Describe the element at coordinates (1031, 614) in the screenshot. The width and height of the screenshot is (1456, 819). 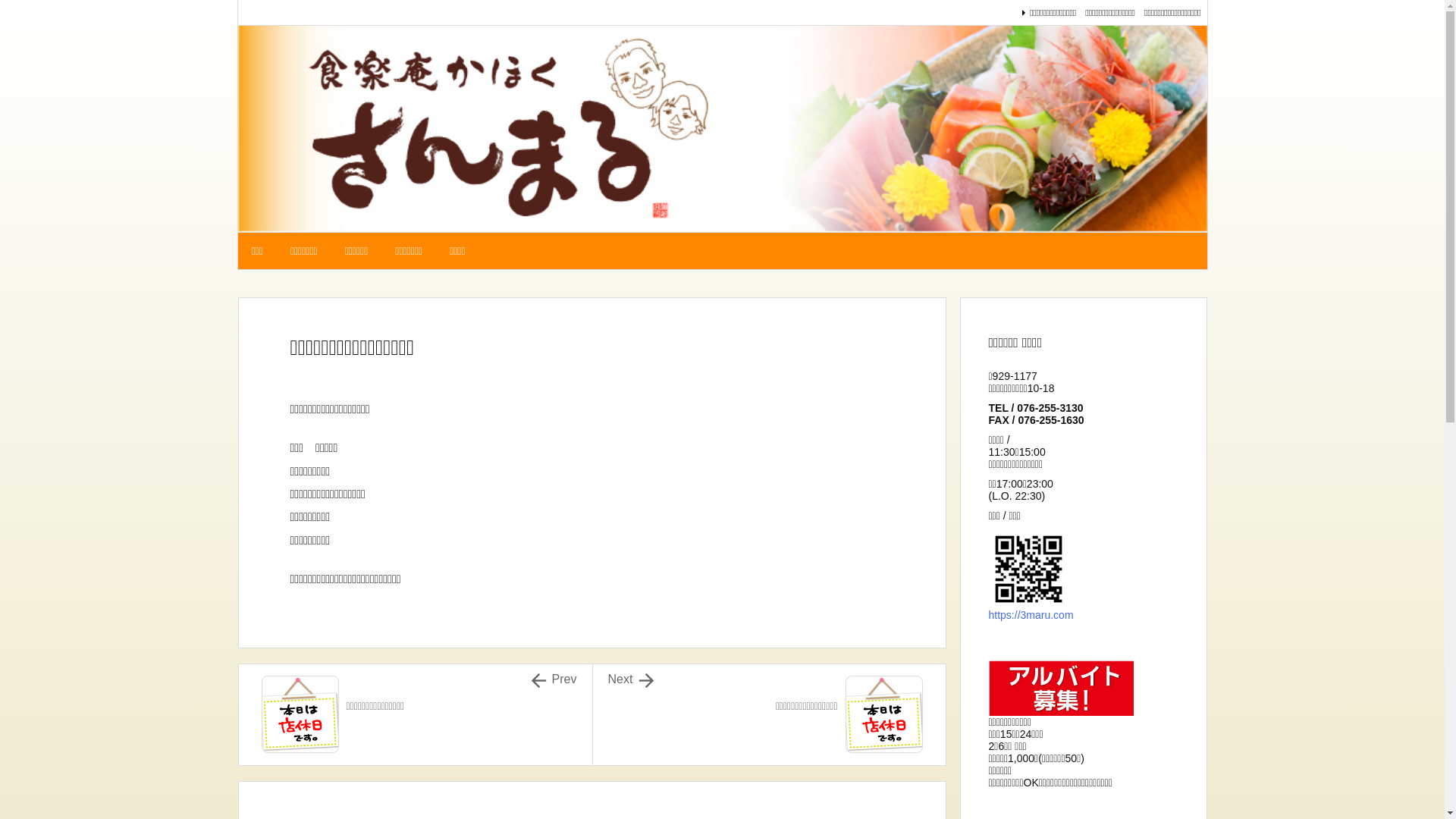
I see `'https://3maru.com'` at that location.